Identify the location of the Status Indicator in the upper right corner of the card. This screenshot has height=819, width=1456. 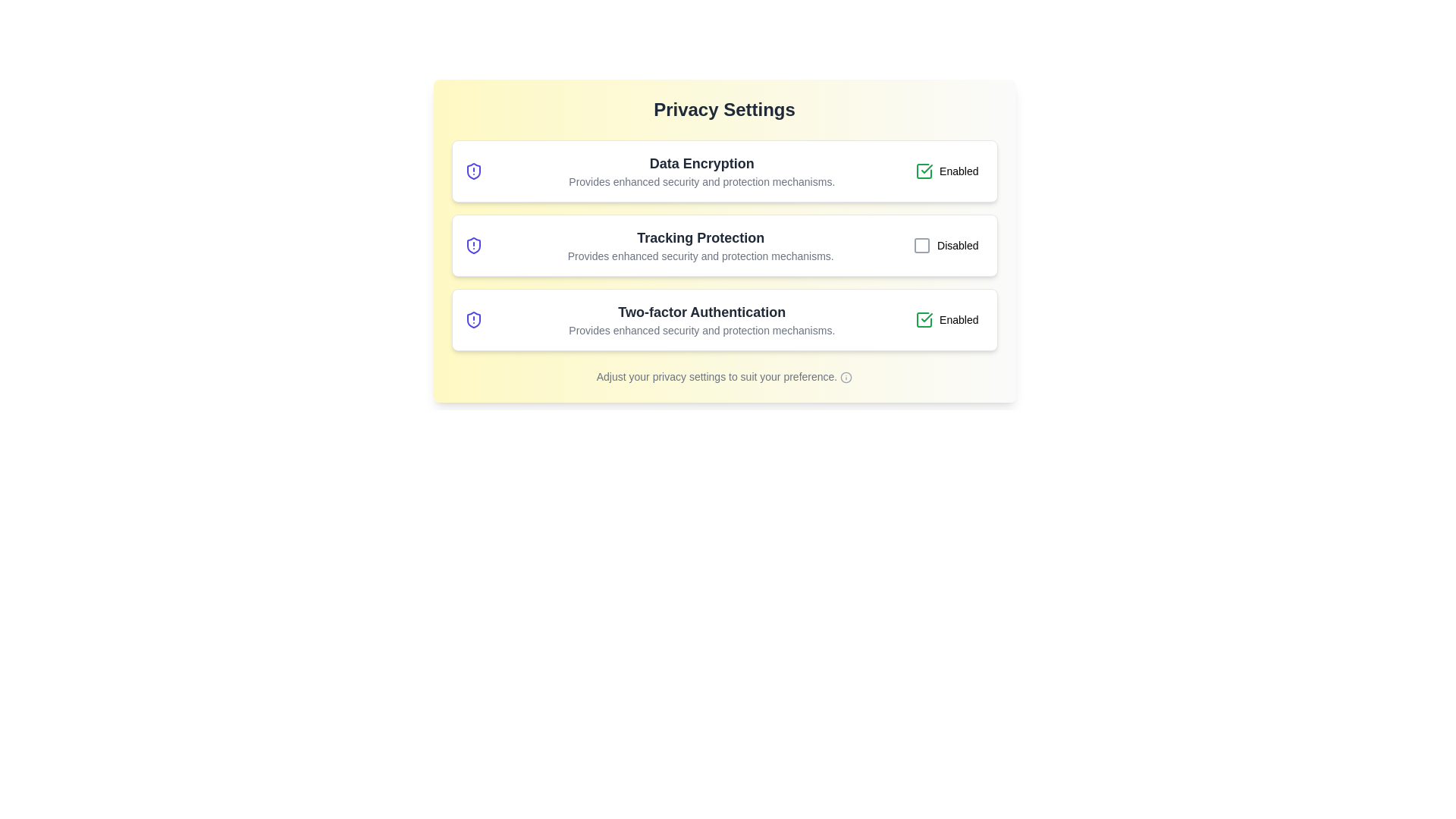
(946, 171).